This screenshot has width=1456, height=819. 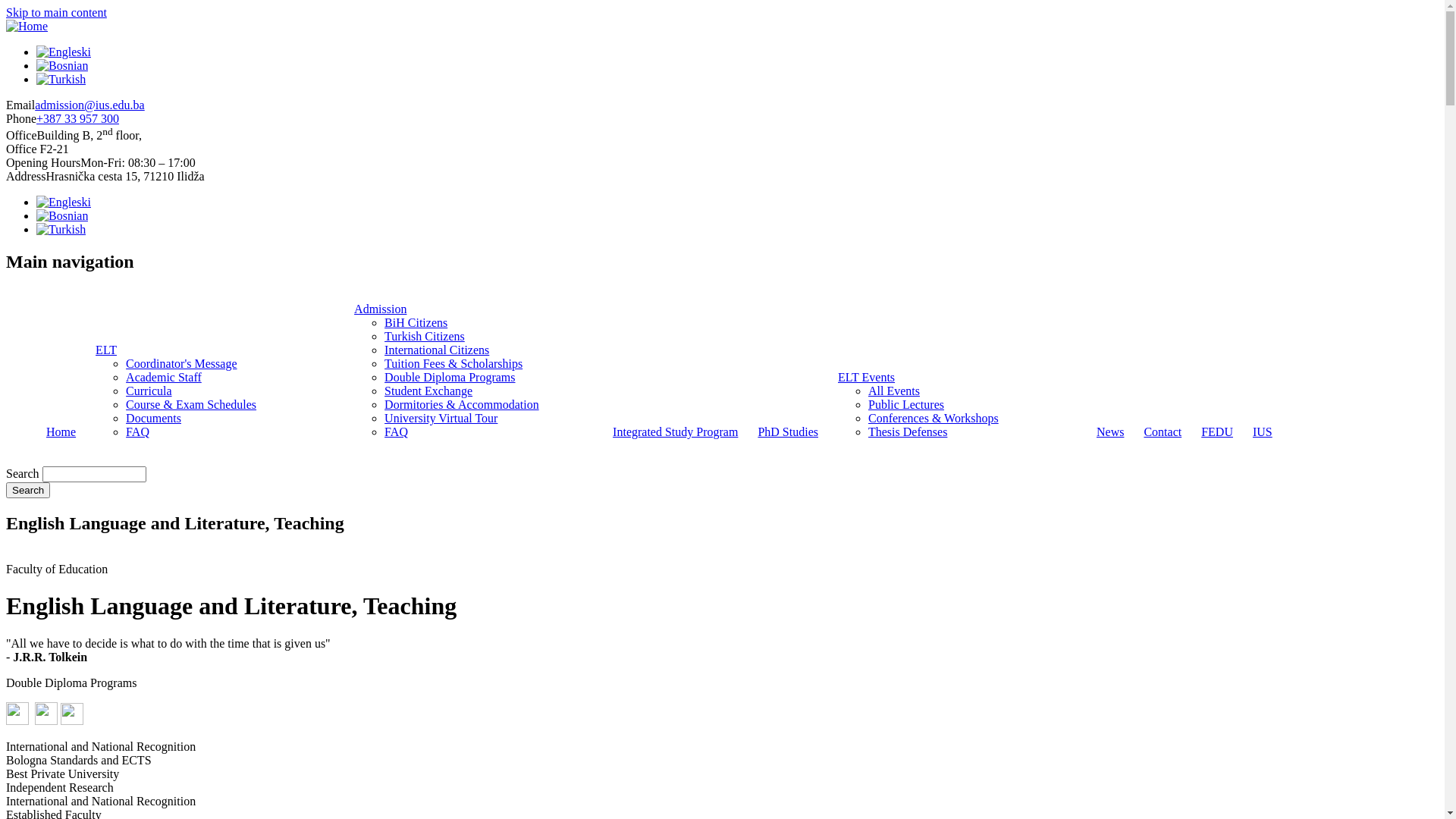 I want to click on 'Curricula', so click(x=149, y=390).